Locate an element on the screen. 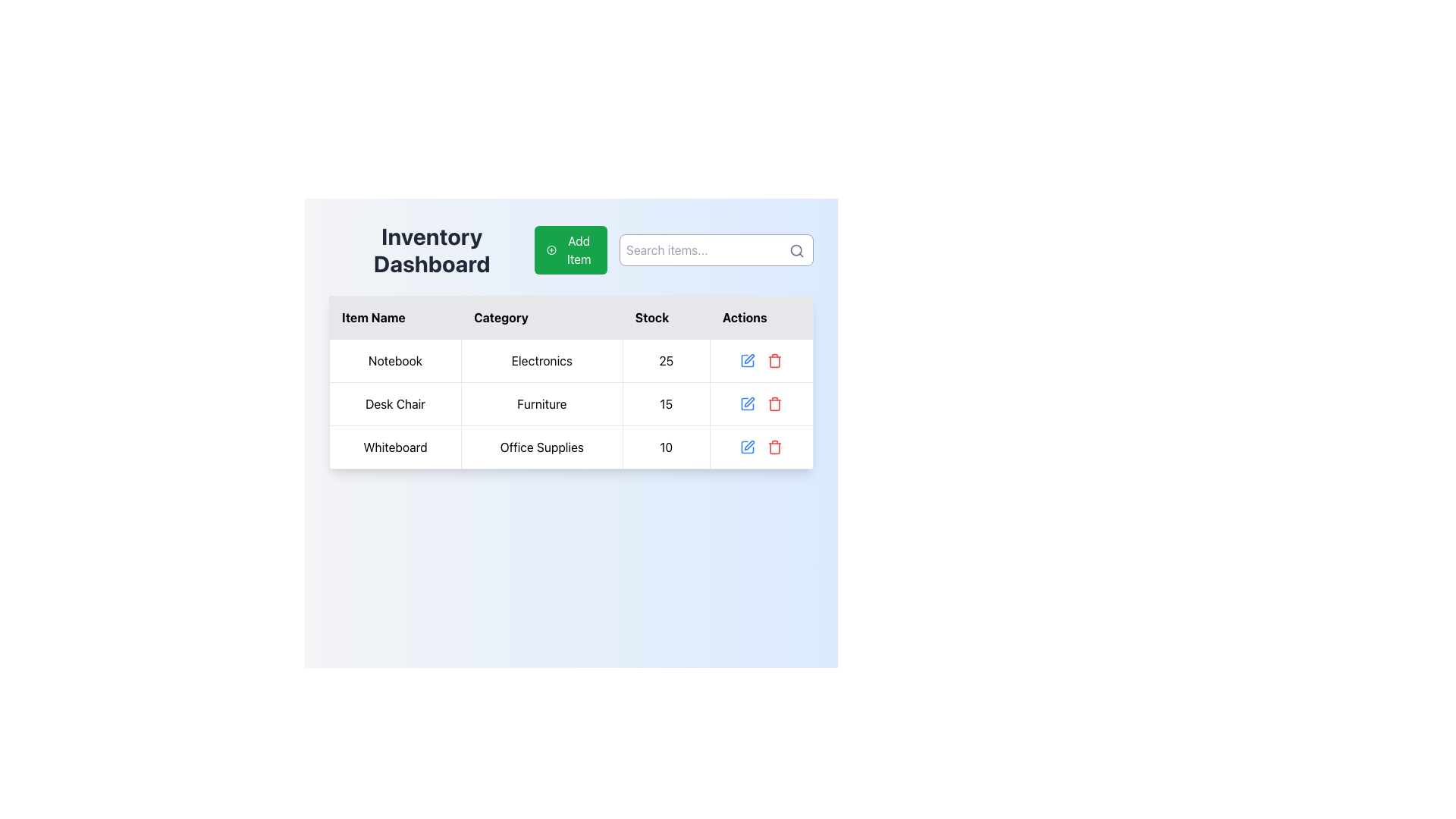 The image size is (1456, 819). the edit icon button located in the 'Actions' column of the first row of the inventory table to initiate editing for the inventory item 'Notebook' is located at coordinates (748, 360).